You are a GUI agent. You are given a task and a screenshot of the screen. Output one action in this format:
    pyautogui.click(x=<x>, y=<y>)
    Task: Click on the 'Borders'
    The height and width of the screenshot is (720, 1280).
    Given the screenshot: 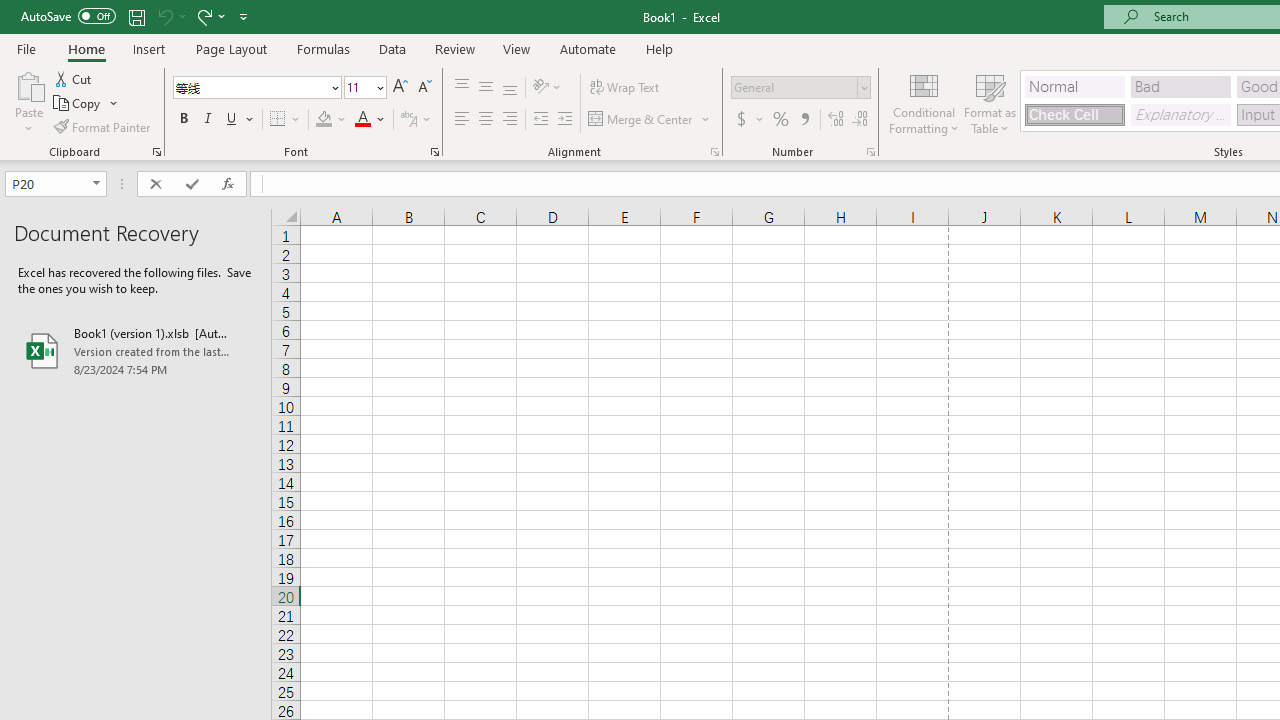 What is the action you would take?
    pyautogui.click(x=285, y=119)
    